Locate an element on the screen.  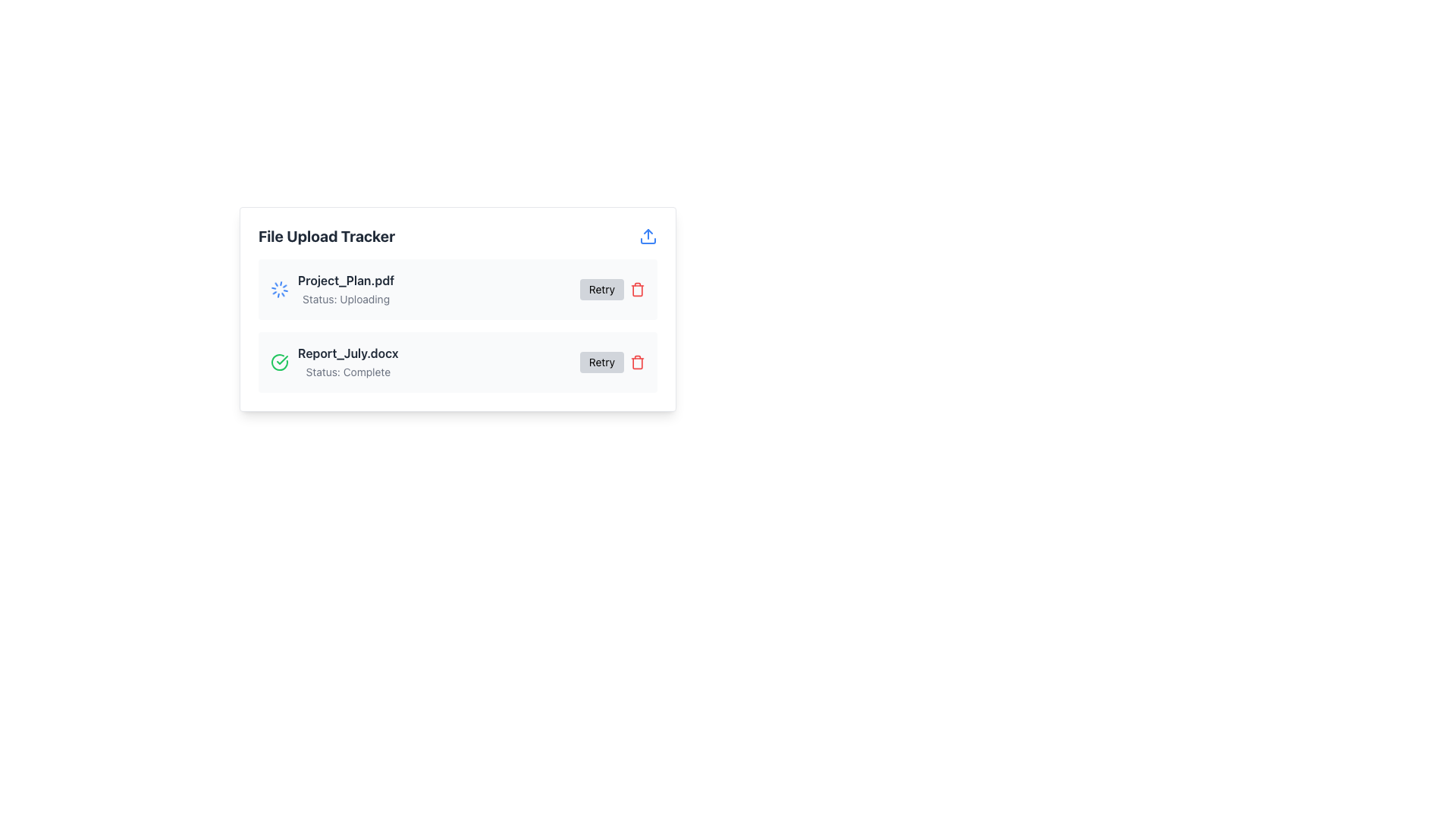
file name 'Report_July.docx' and its current upload status 'Complete' displayed in the text display of the second item in the file upload tracker interface is located at coordinates (347, 362).